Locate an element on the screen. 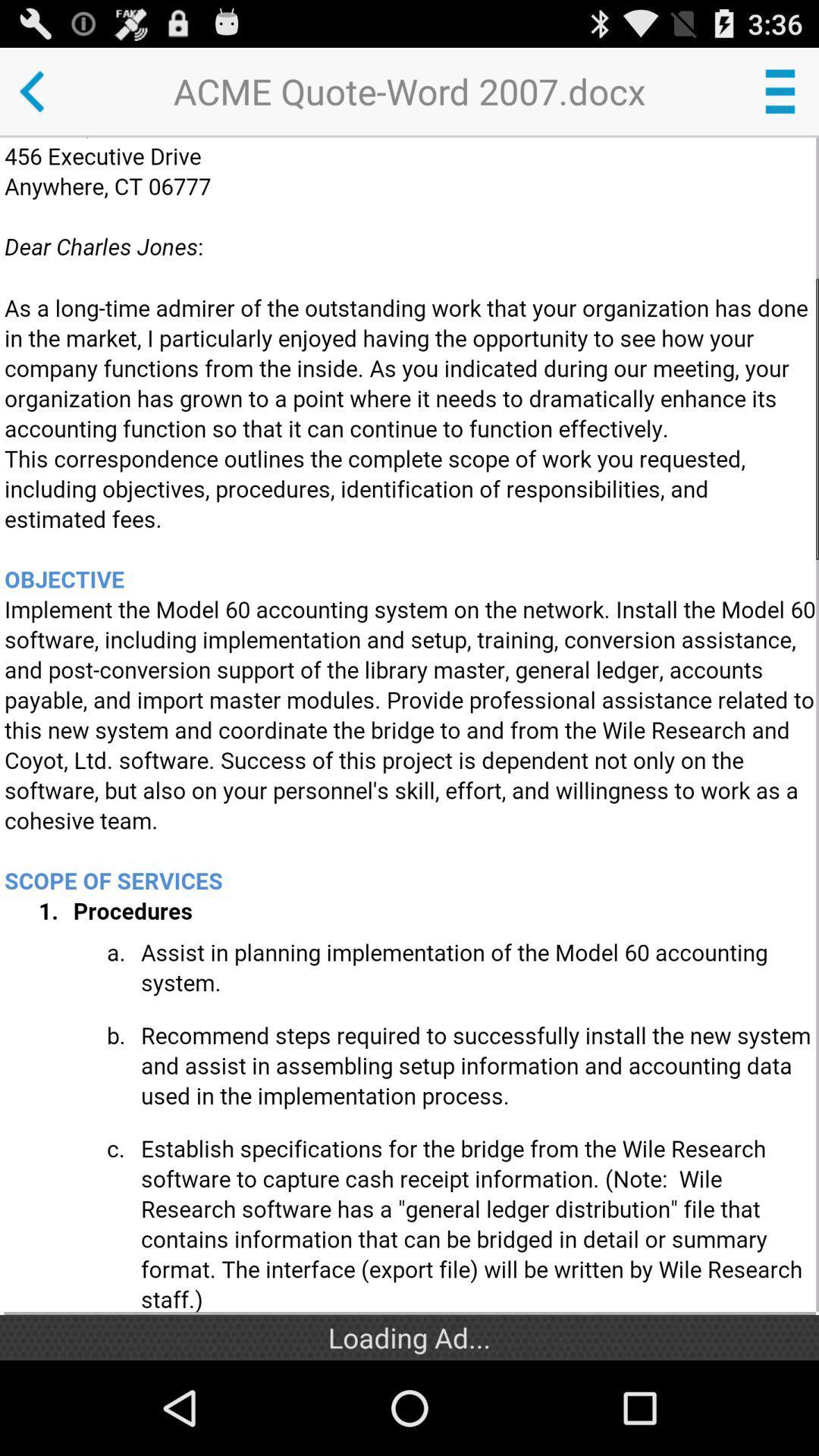 This screenshot has height=1456, width=819. a button that will open more options for the document is located at coordinates (780, 90).